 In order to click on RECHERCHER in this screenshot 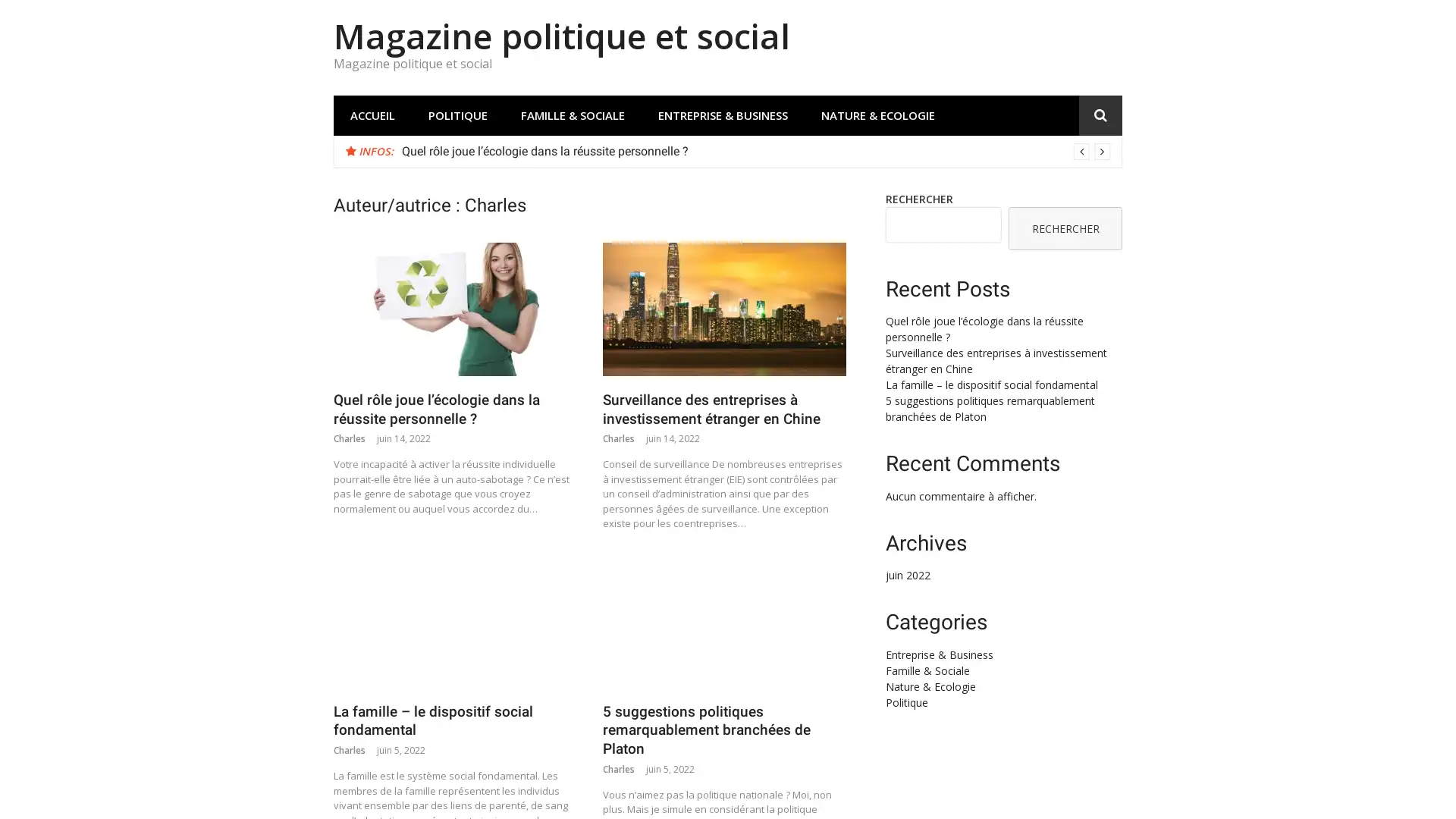, I will do `click(1065, 227)`.